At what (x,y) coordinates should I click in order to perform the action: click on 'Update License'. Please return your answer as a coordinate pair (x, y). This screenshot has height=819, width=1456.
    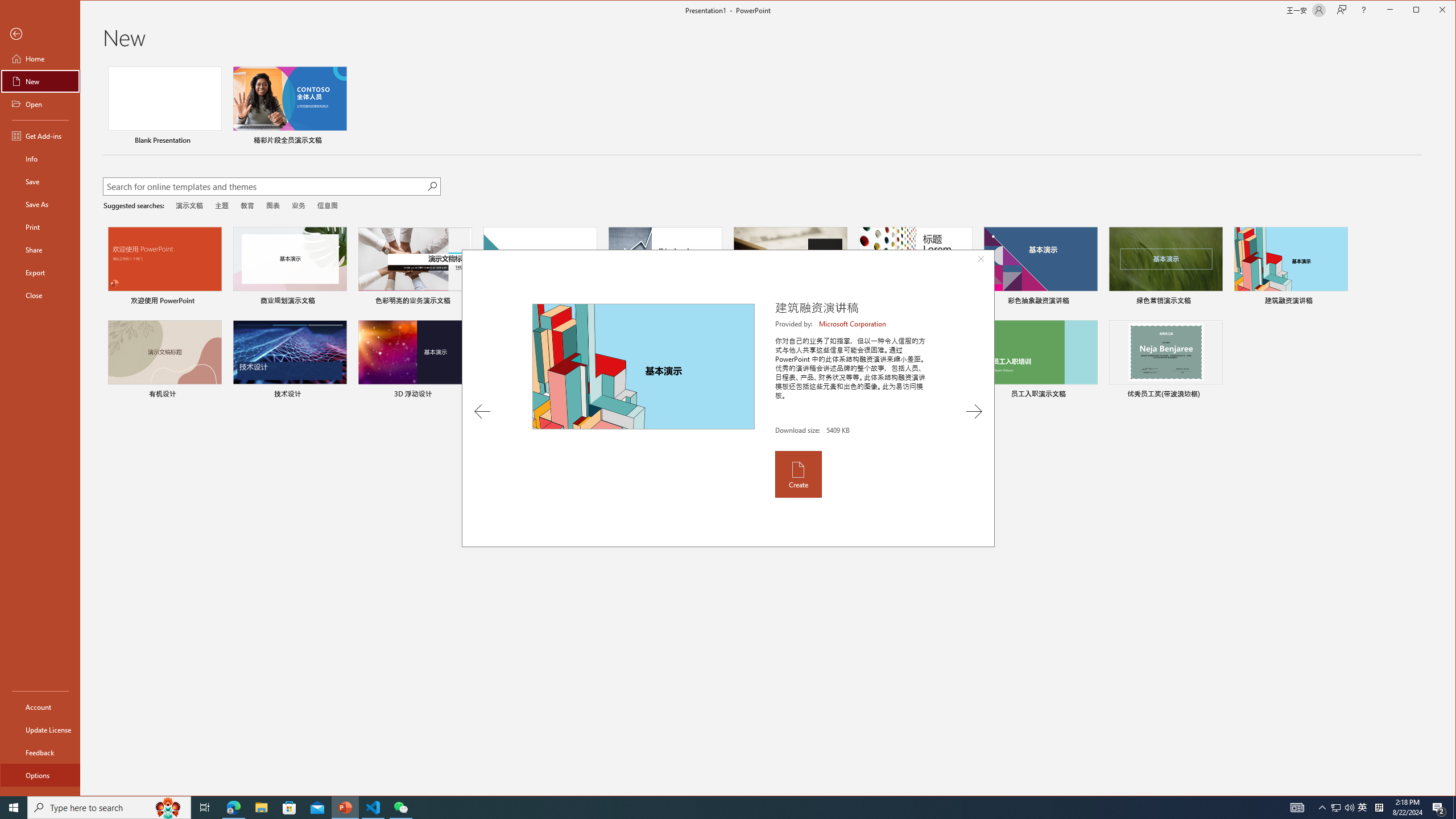
    Looking at the image, I should click on (39, 729).